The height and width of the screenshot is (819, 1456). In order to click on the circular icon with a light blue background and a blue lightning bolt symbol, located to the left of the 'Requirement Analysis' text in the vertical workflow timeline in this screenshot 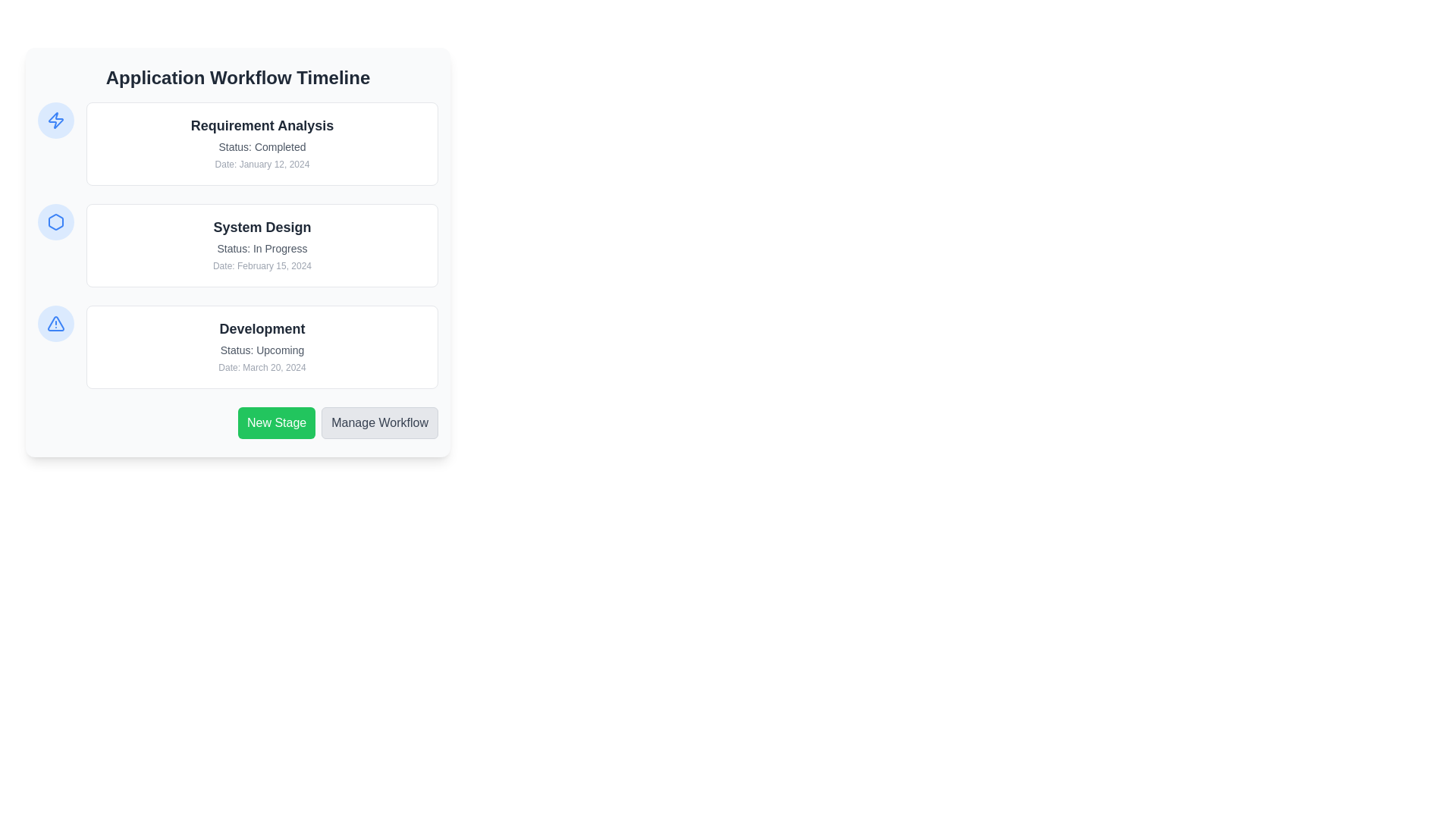, I will do `click(55, 119)`.